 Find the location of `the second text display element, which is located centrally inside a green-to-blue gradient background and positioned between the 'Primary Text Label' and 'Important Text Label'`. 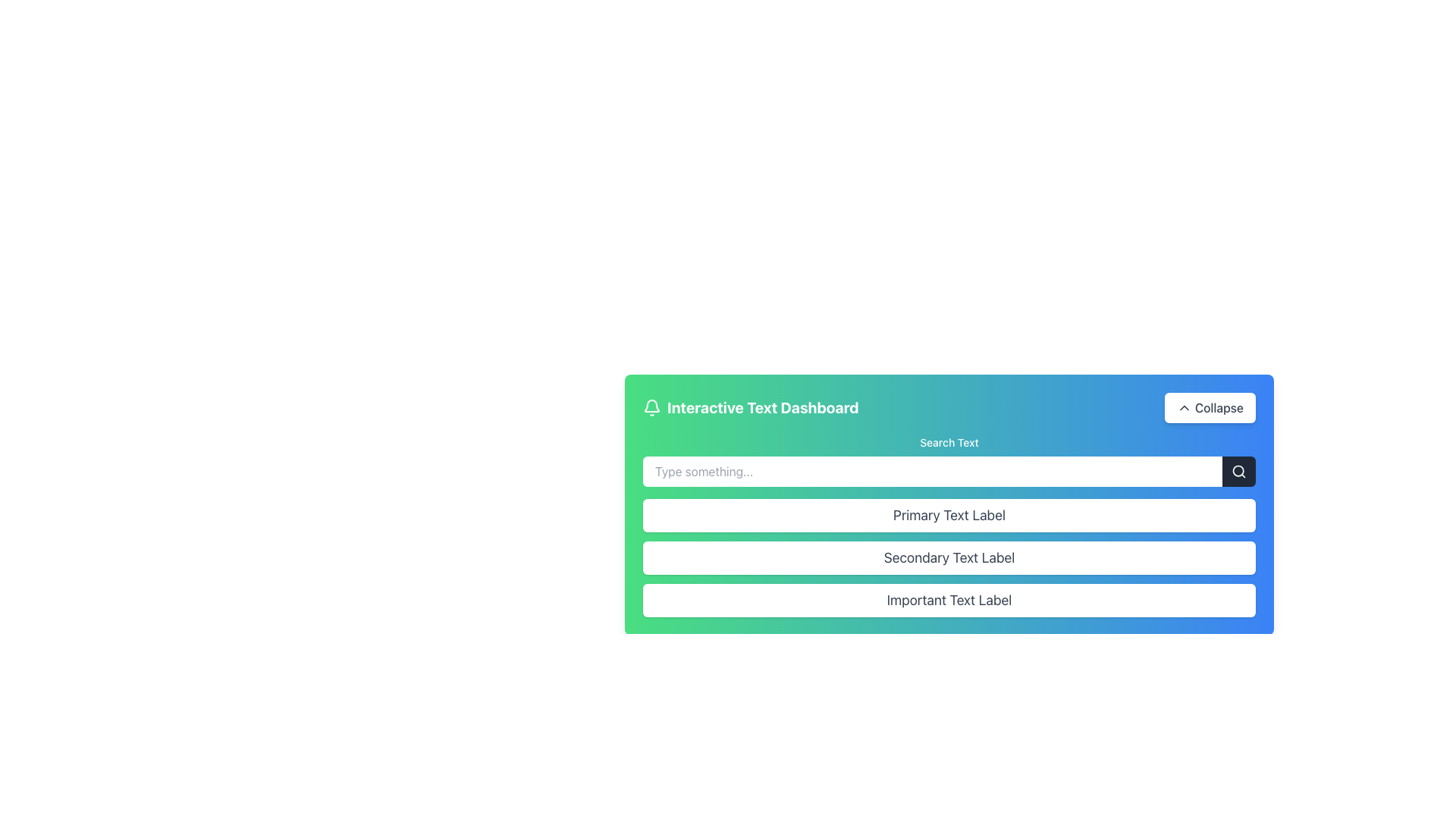

the second text display element, which is located centrally inside a green-to-blue gradient background and positioned between the 'Primary Text Label' and 'Important Text Label' is located at coordinates (949, 558).